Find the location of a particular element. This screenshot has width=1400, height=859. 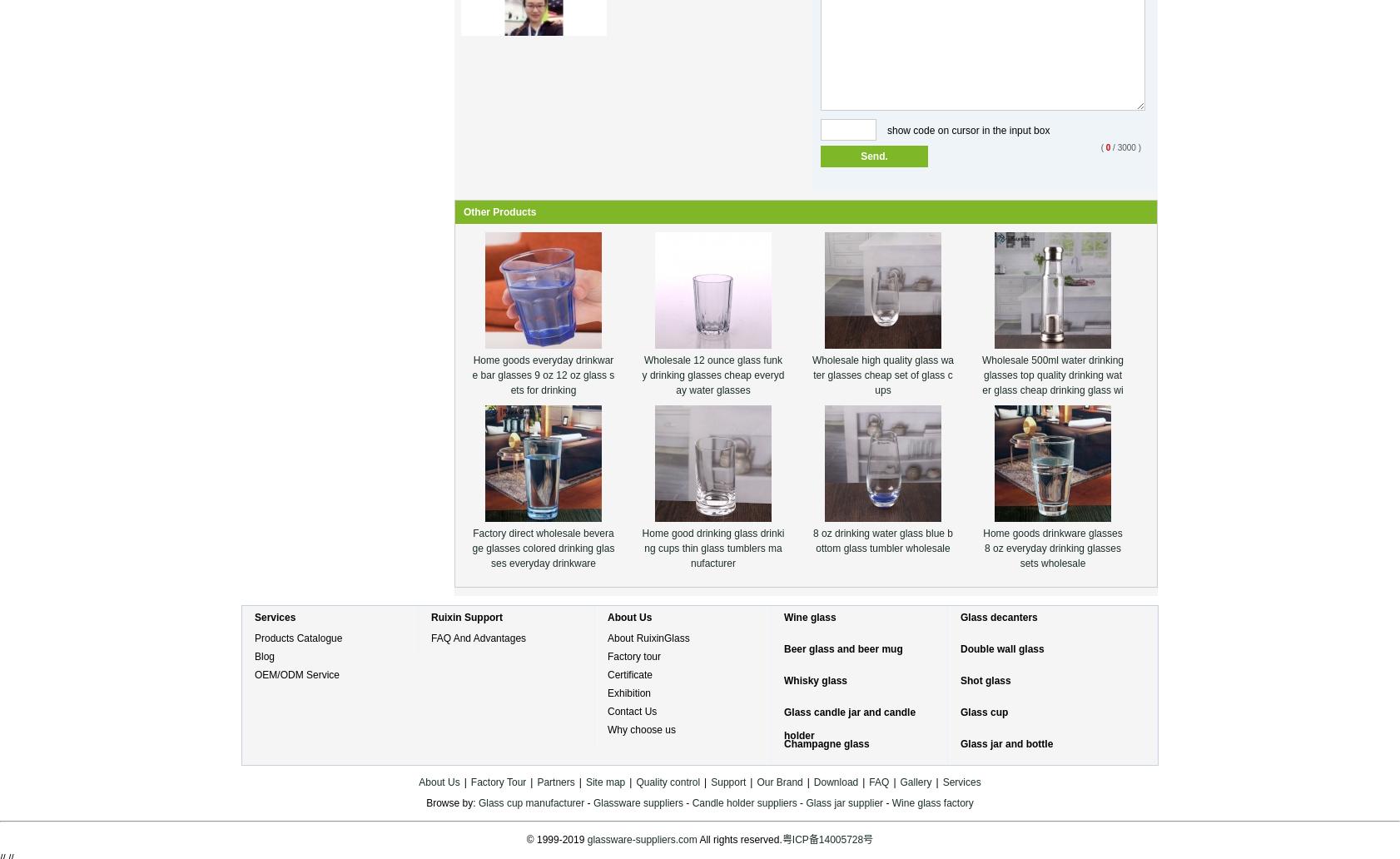

'Glass decanters' is located at coordinates (960, 617).